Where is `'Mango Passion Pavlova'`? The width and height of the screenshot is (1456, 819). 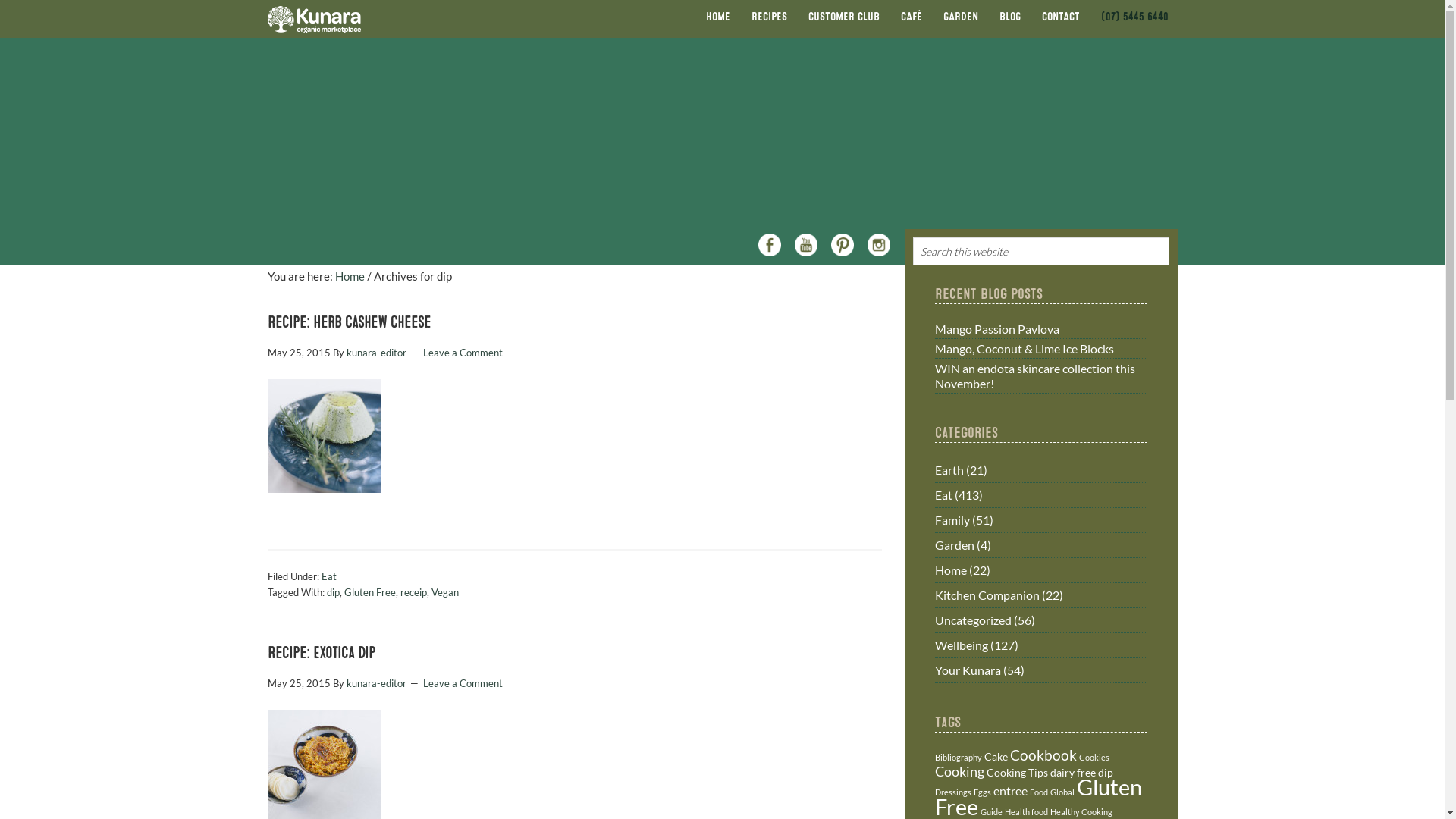 'Mango Passion Pavlova' is located at coordinates (996, 328).